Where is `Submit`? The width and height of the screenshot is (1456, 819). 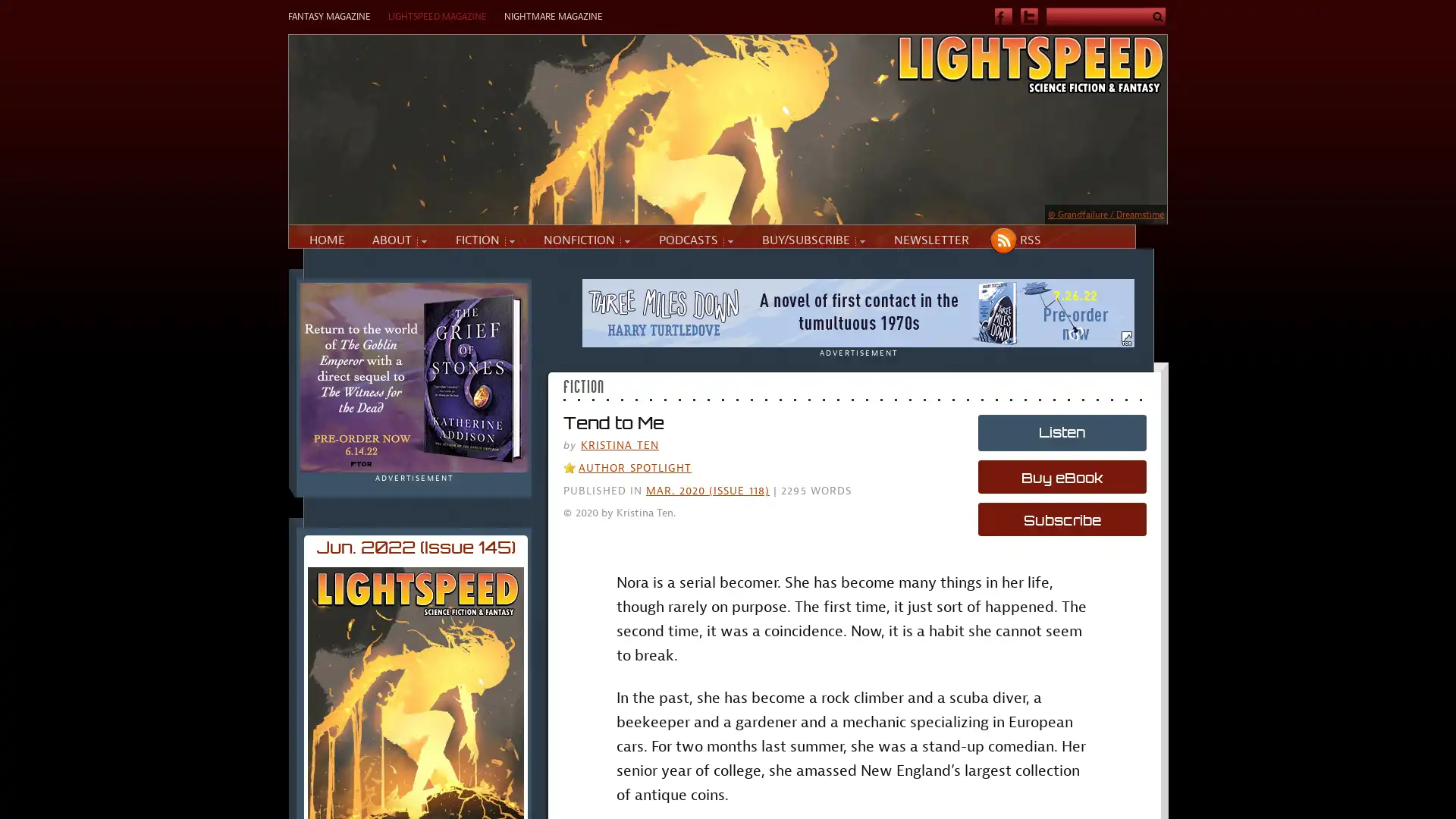 Submit is located at coordinates (1175, 16).